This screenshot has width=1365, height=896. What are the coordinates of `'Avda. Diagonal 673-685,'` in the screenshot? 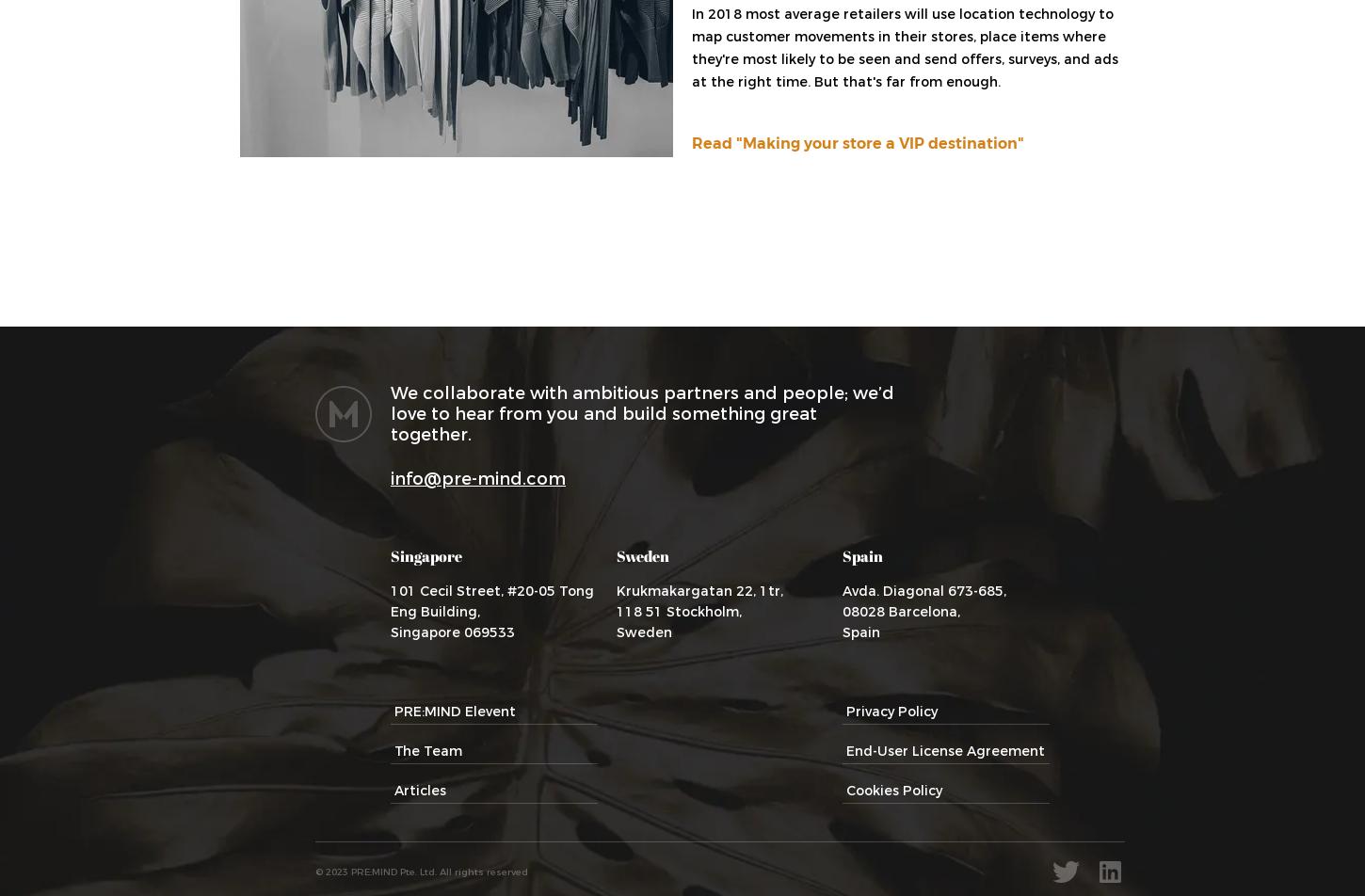 It's located at (923, 591).